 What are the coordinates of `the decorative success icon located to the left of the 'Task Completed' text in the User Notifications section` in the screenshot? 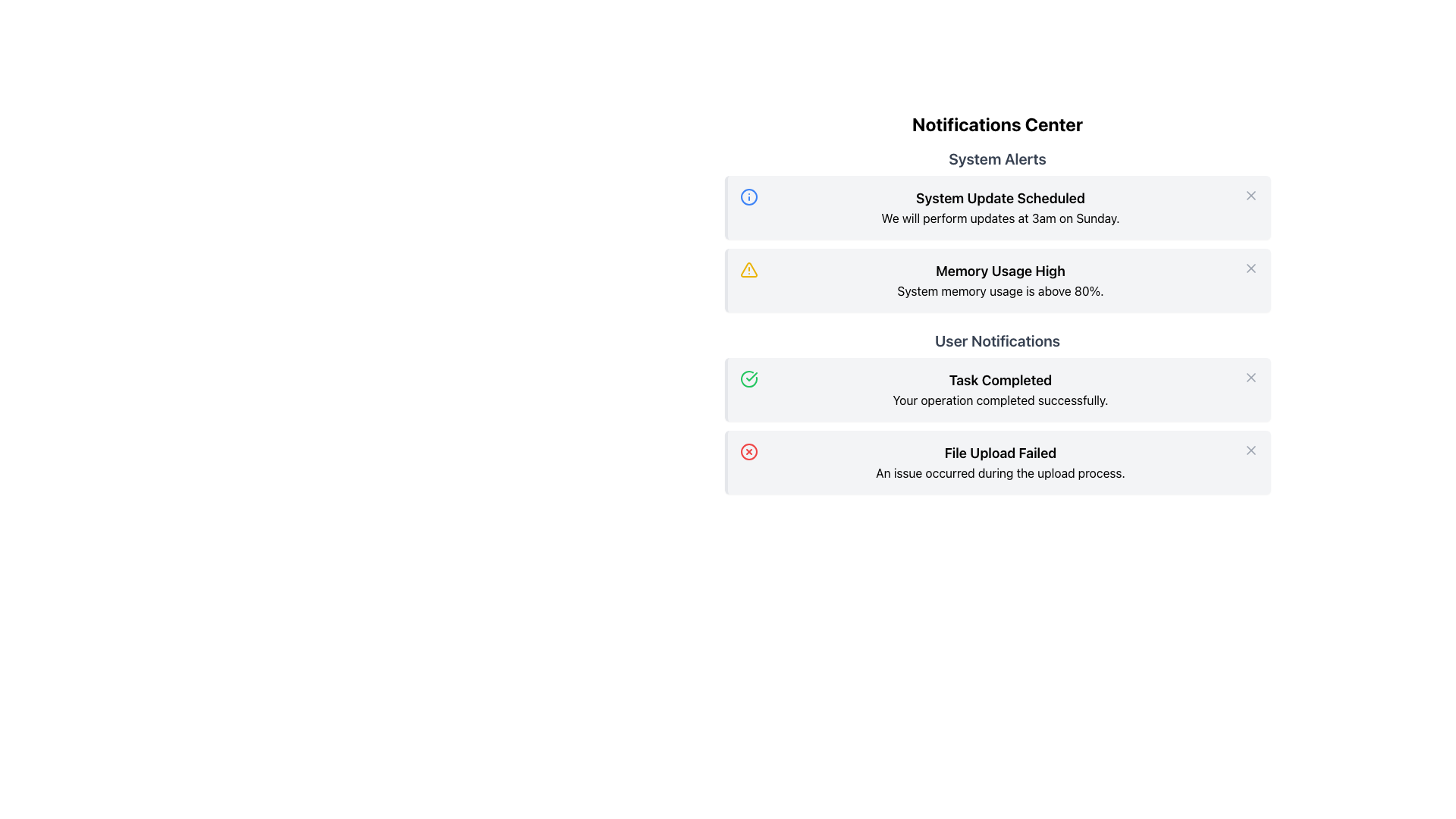 It's located at (748, 378).